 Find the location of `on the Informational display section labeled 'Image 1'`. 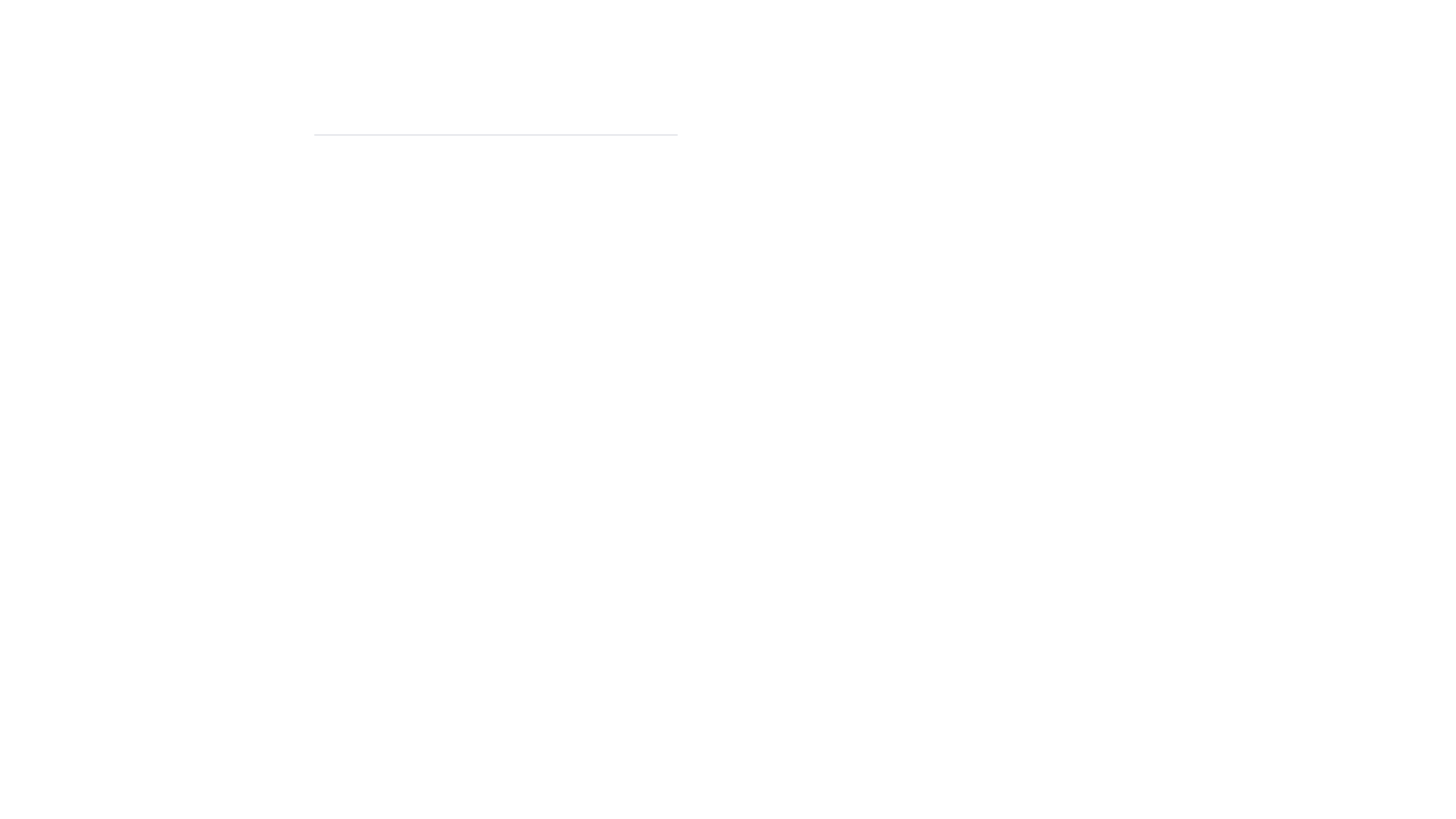

on the Informational display section labeled 'Image 1' is located at coordinates (495, 146).